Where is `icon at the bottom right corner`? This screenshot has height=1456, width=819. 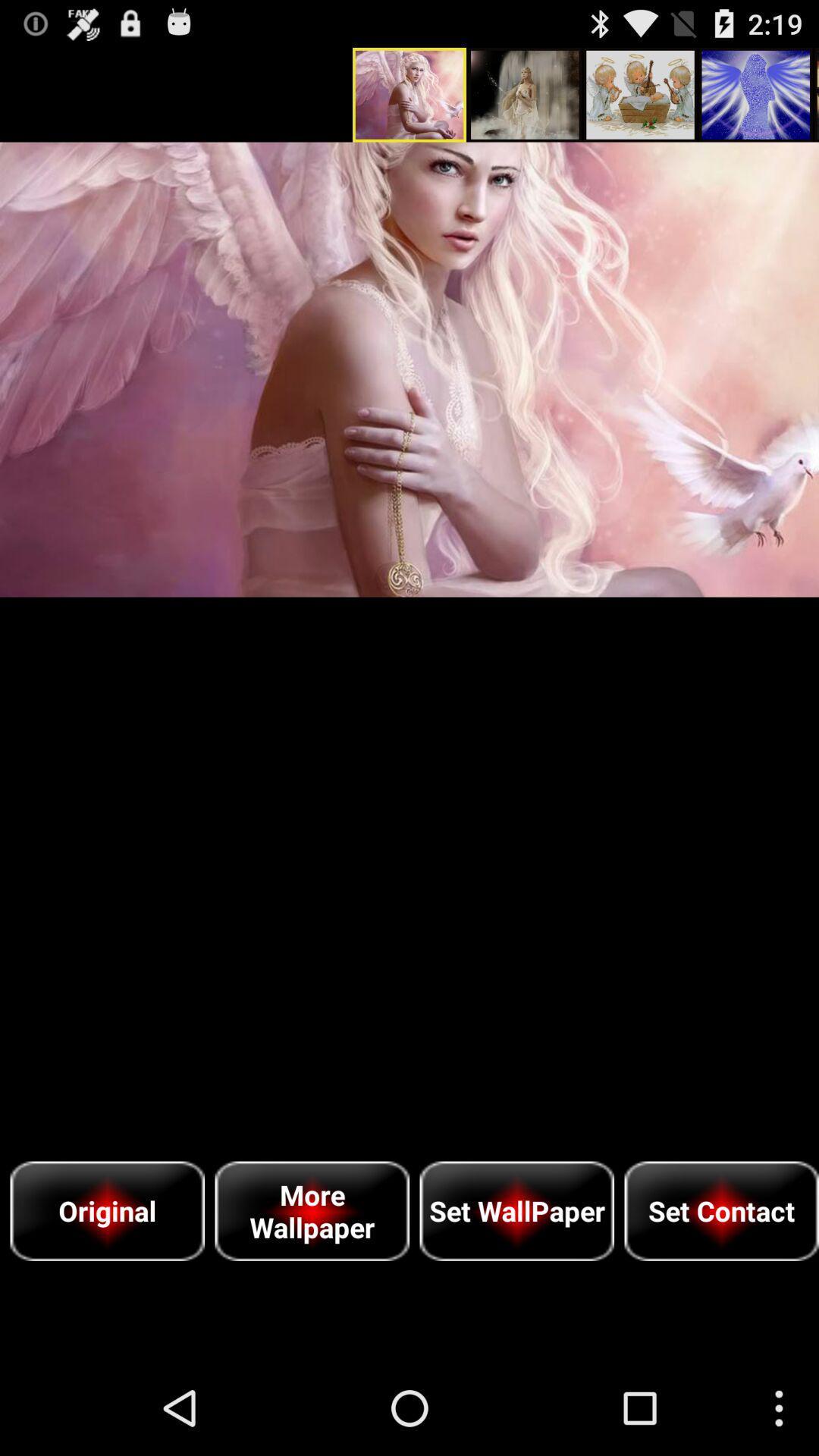 icon at the bottom right corner is located at coordinates (720, 1210).